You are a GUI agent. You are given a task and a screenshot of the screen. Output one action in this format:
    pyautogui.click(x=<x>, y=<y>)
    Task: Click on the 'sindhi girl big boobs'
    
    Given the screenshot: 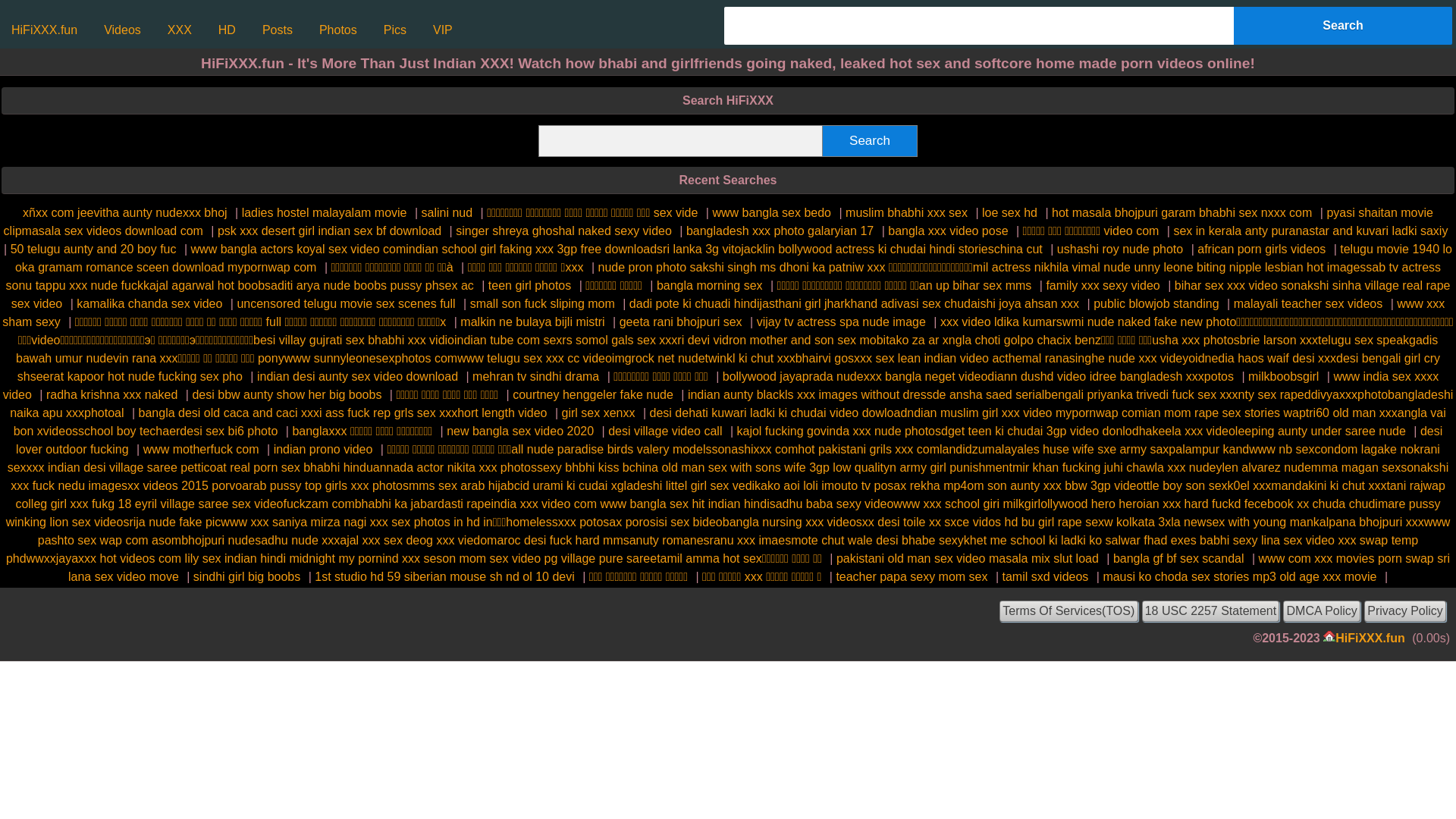 What is the action you would take?
    pyautogui.click(x=246, y=576)
    